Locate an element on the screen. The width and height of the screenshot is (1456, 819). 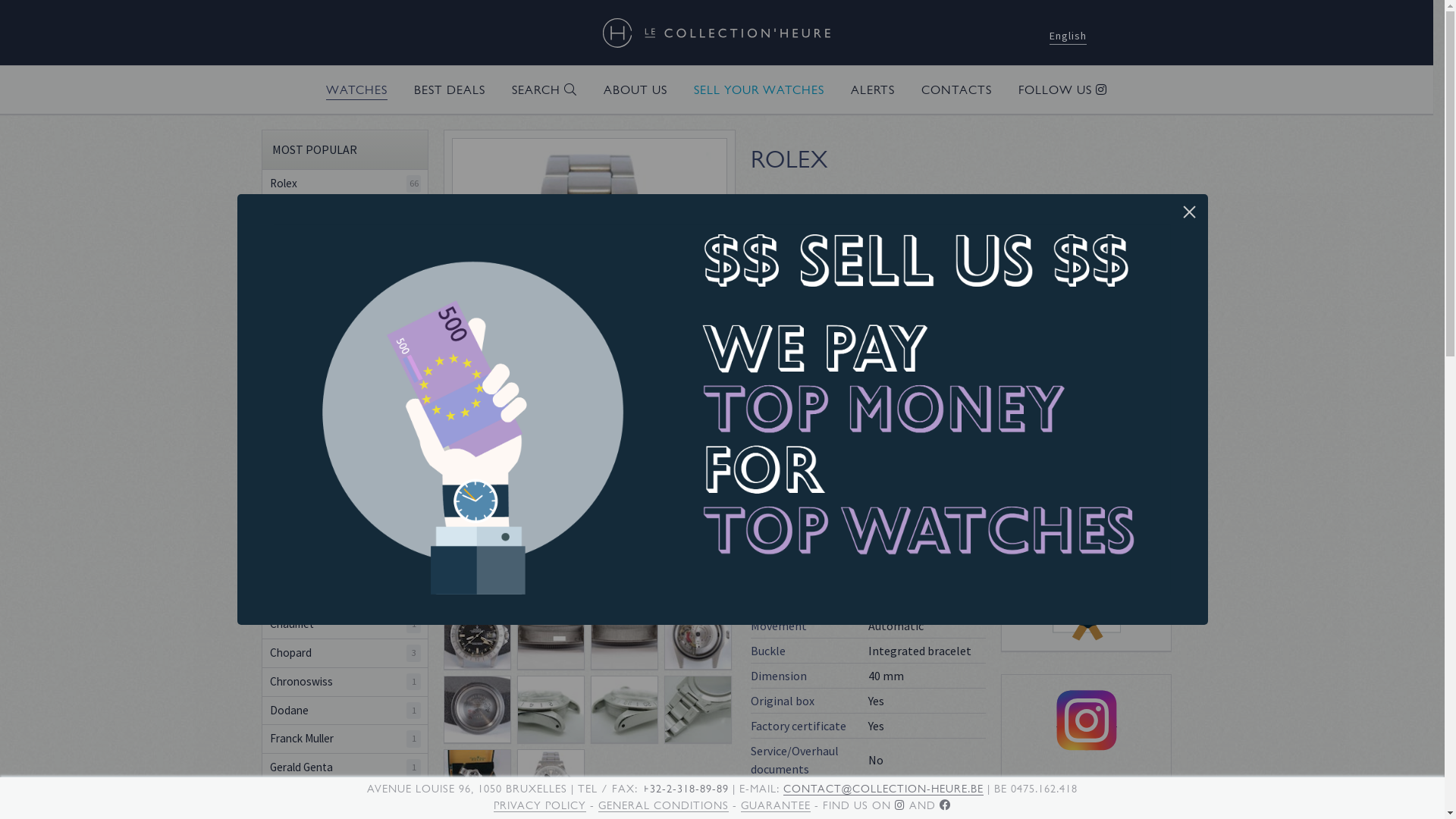
'CONTACT@COLLECTION-HEURE.BE' is located at coordinates (883, 788).